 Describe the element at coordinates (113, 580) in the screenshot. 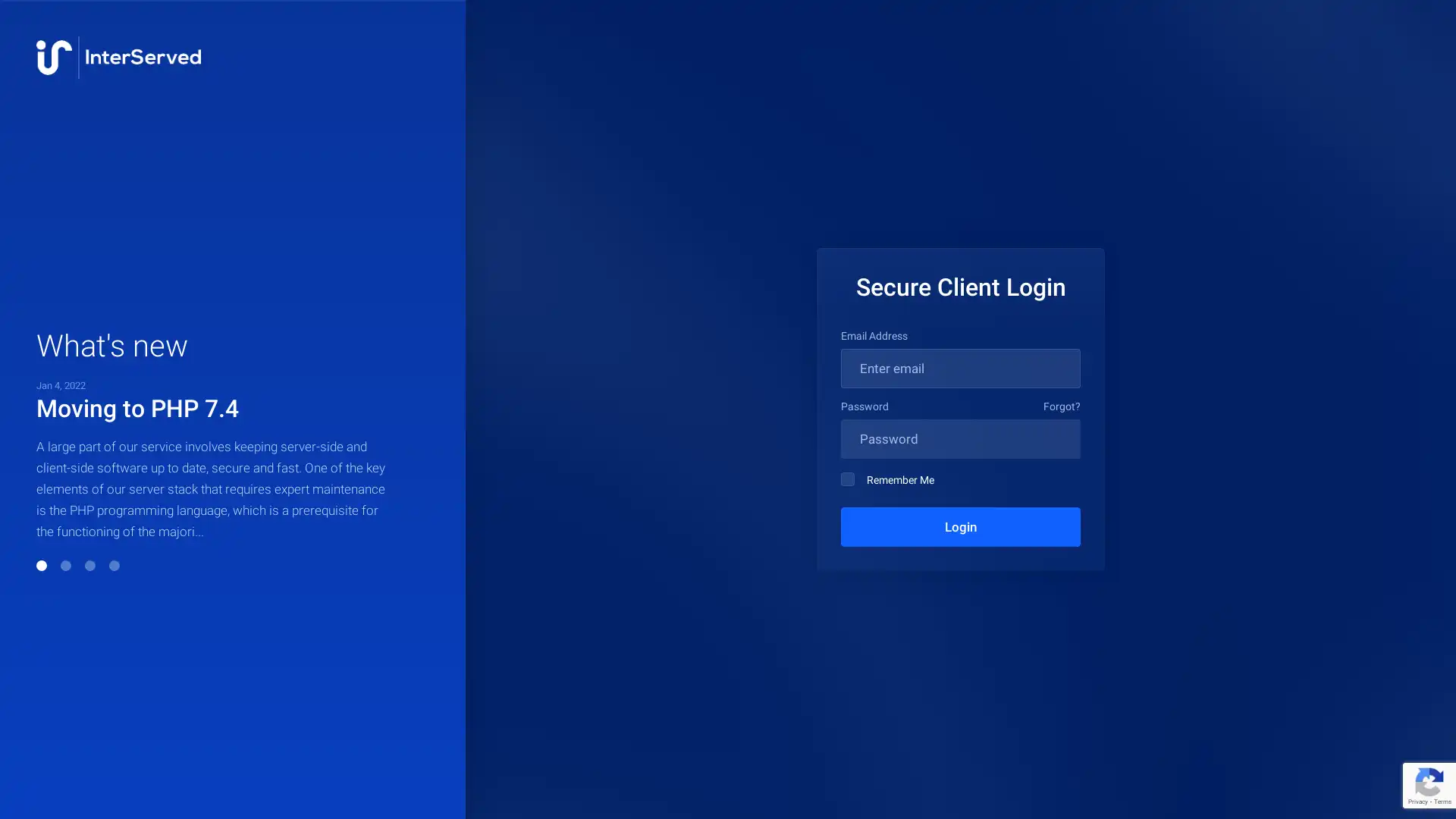

I see `Go to slide 4` at that location.